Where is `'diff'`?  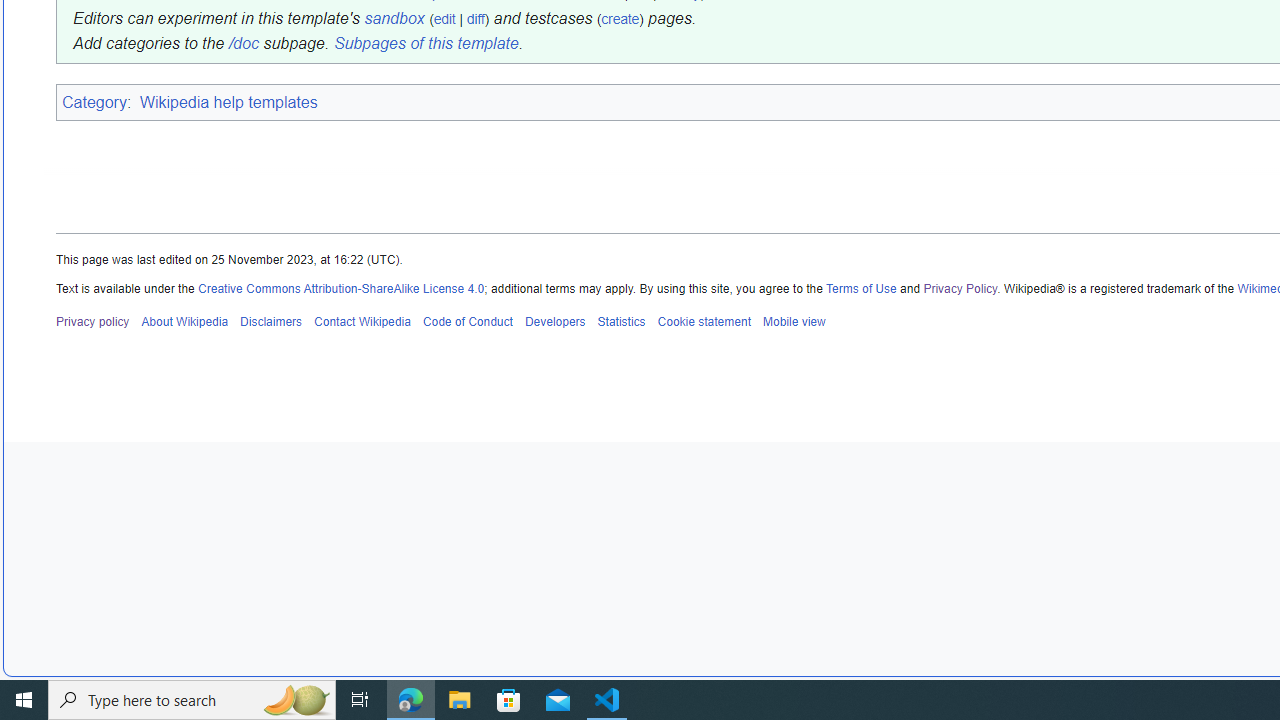
'diff' is located at coordinates (474, 19).